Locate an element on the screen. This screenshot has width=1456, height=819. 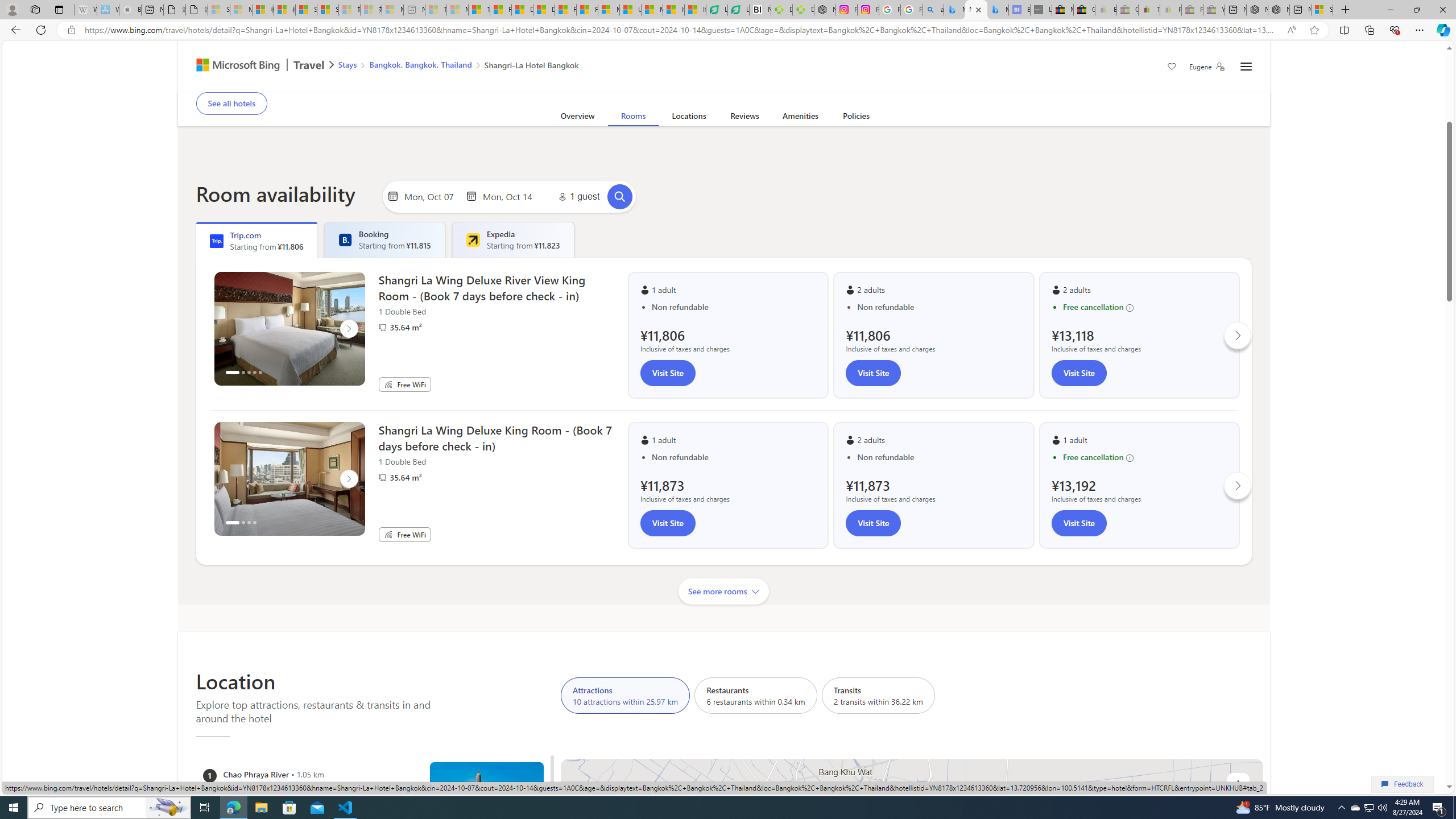
'Eugene' is located at coordinates (1206, 66).